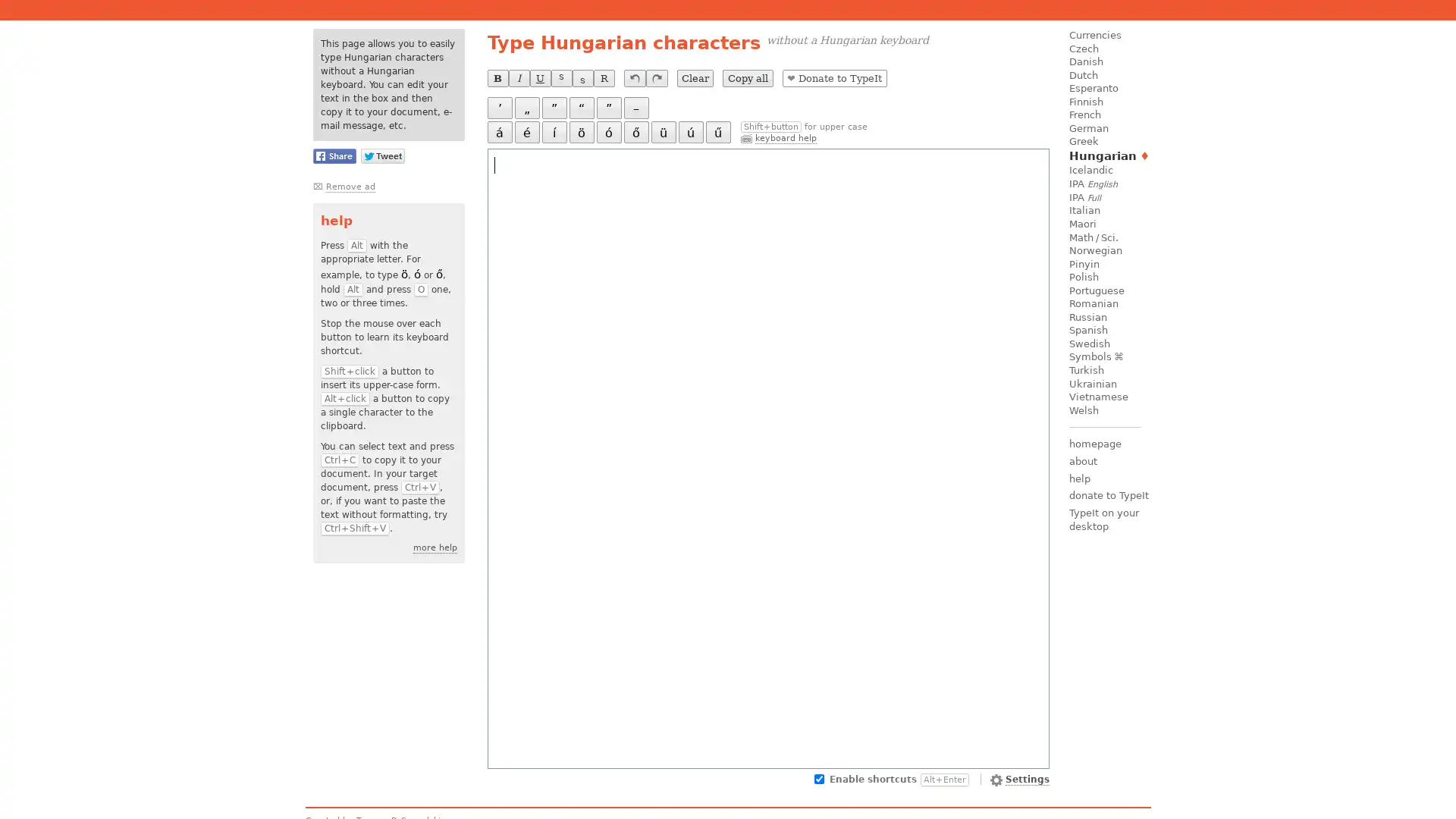  What do you see at coordinates (635, 131) in the screenshot?
I see `o` at bounding box center [635, 131].